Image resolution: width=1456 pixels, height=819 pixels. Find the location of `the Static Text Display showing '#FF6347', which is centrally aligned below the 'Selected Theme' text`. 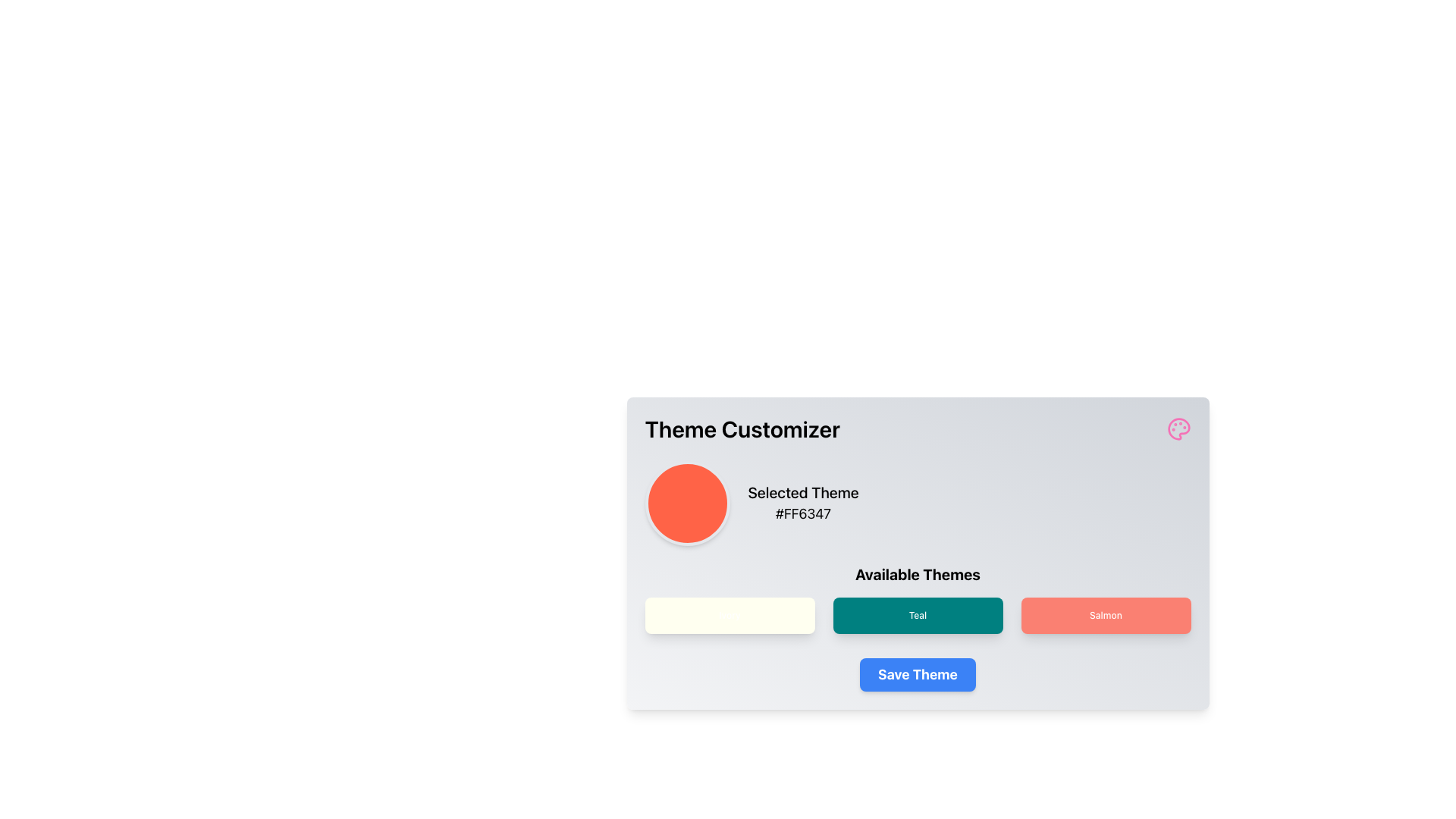

the Static Text Display showing '#FF6347', which is centrally aligned below the 'Selected Theme' text is located at coordinates (802, 513).